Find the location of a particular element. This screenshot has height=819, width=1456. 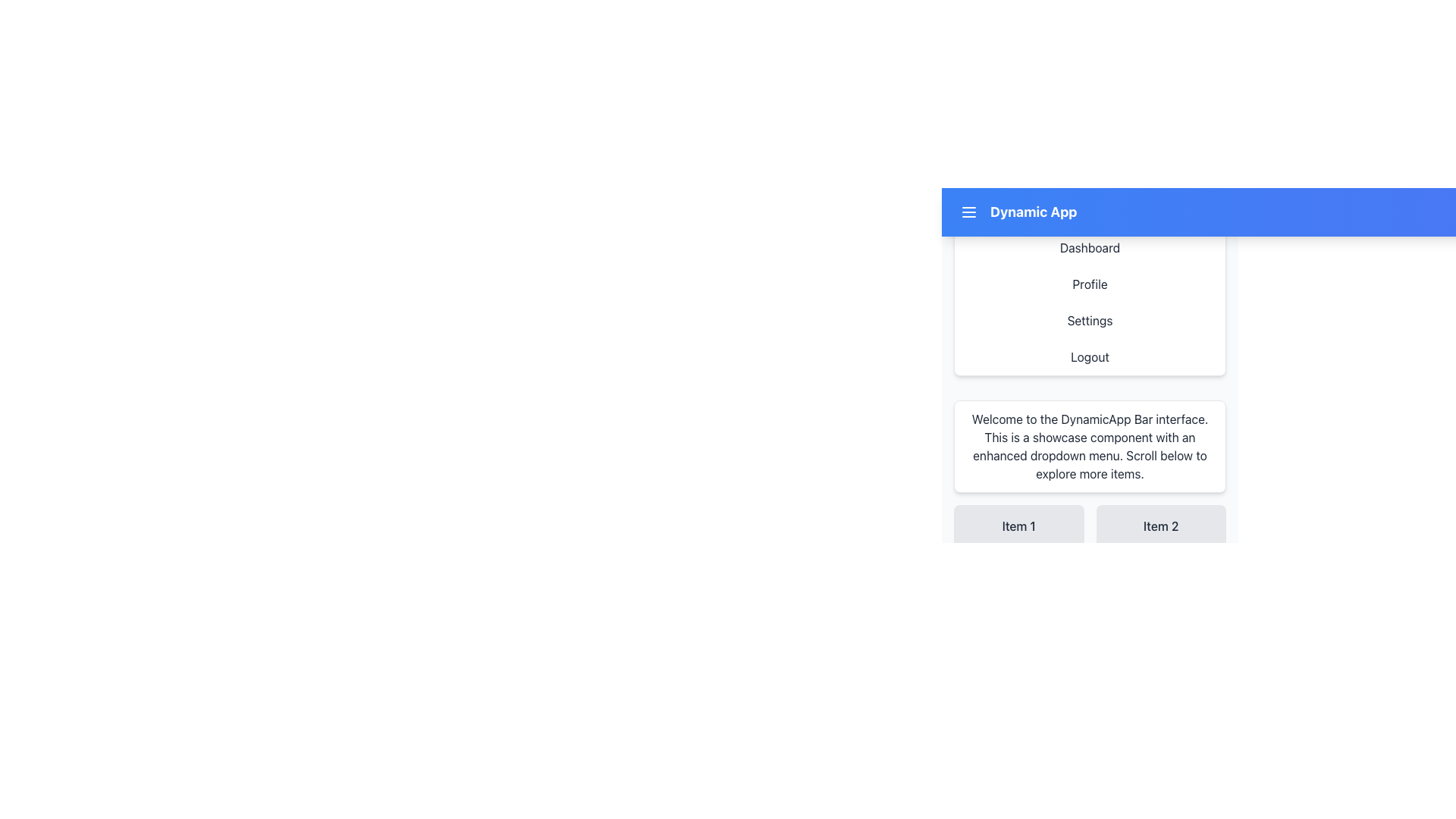

the topmost button in the dropdown menu, which navigates to the dashboard section of the application is located at coordinates (1089, 247).